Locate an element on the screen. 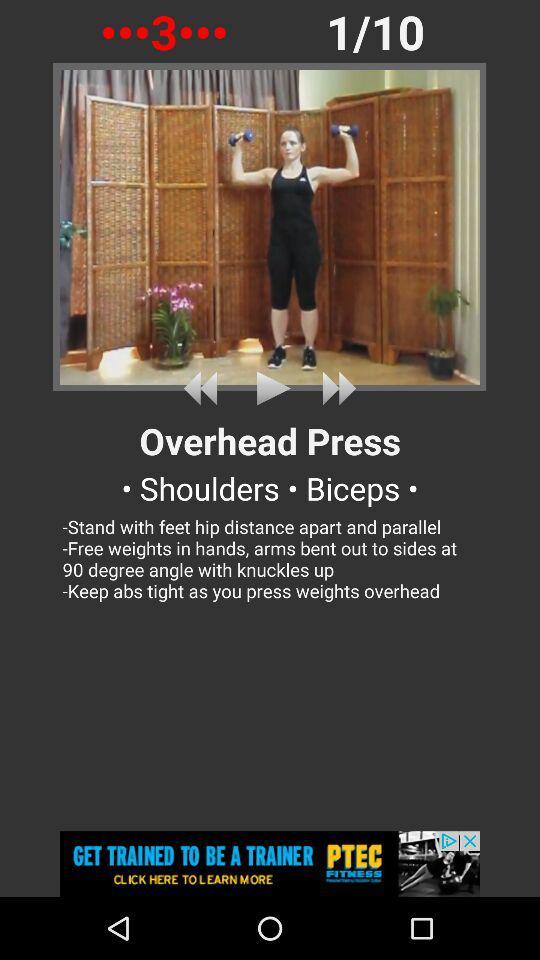 The height and width of the screenshot is (960, 540). click the play option is located at coordinates (270, 387).